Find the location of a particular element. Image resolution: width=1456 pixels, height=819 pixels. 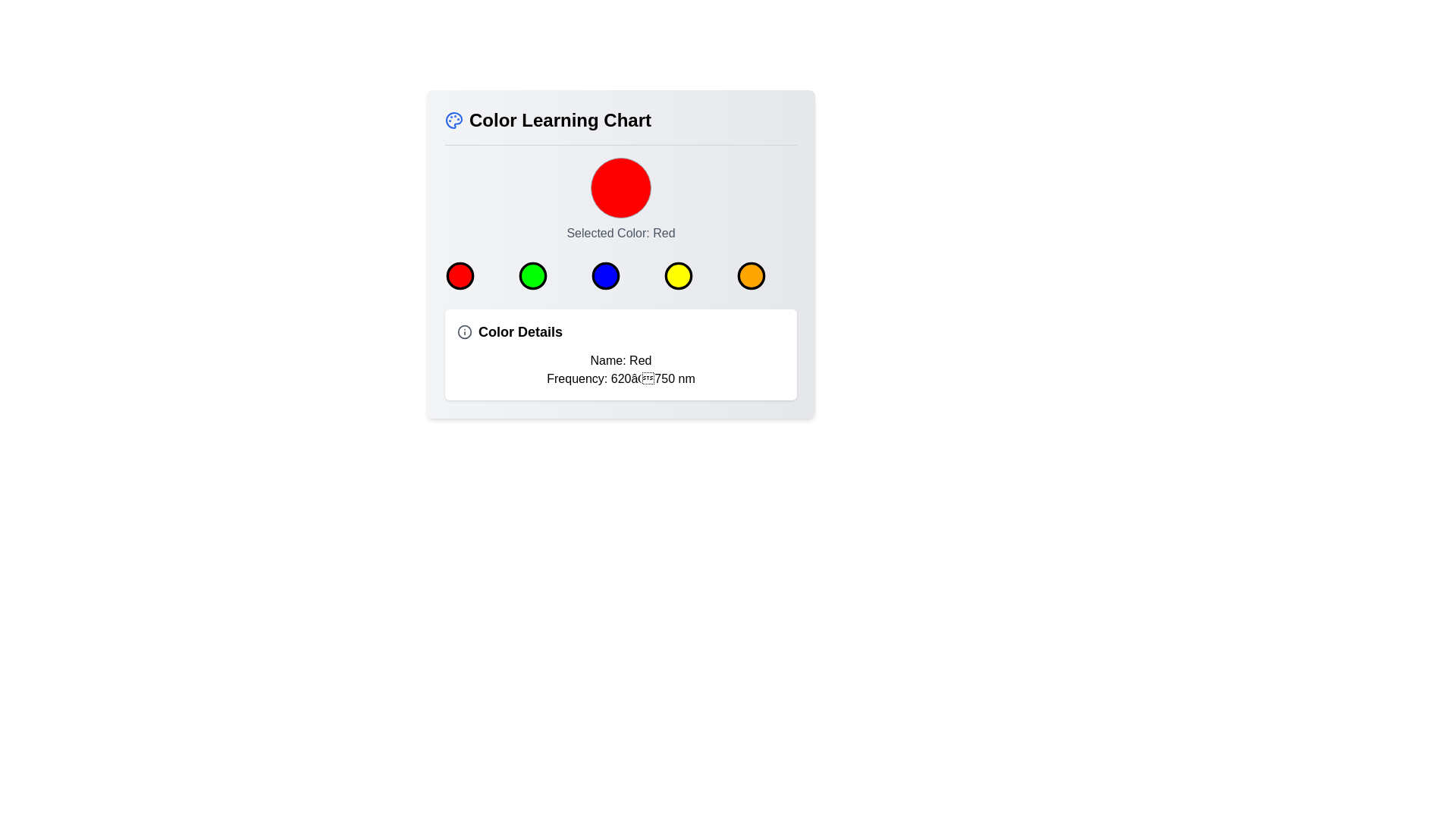

the color selection button in the horizontal button group located below the 'Selected Color: Red' label is located at coordinates (621, 275).